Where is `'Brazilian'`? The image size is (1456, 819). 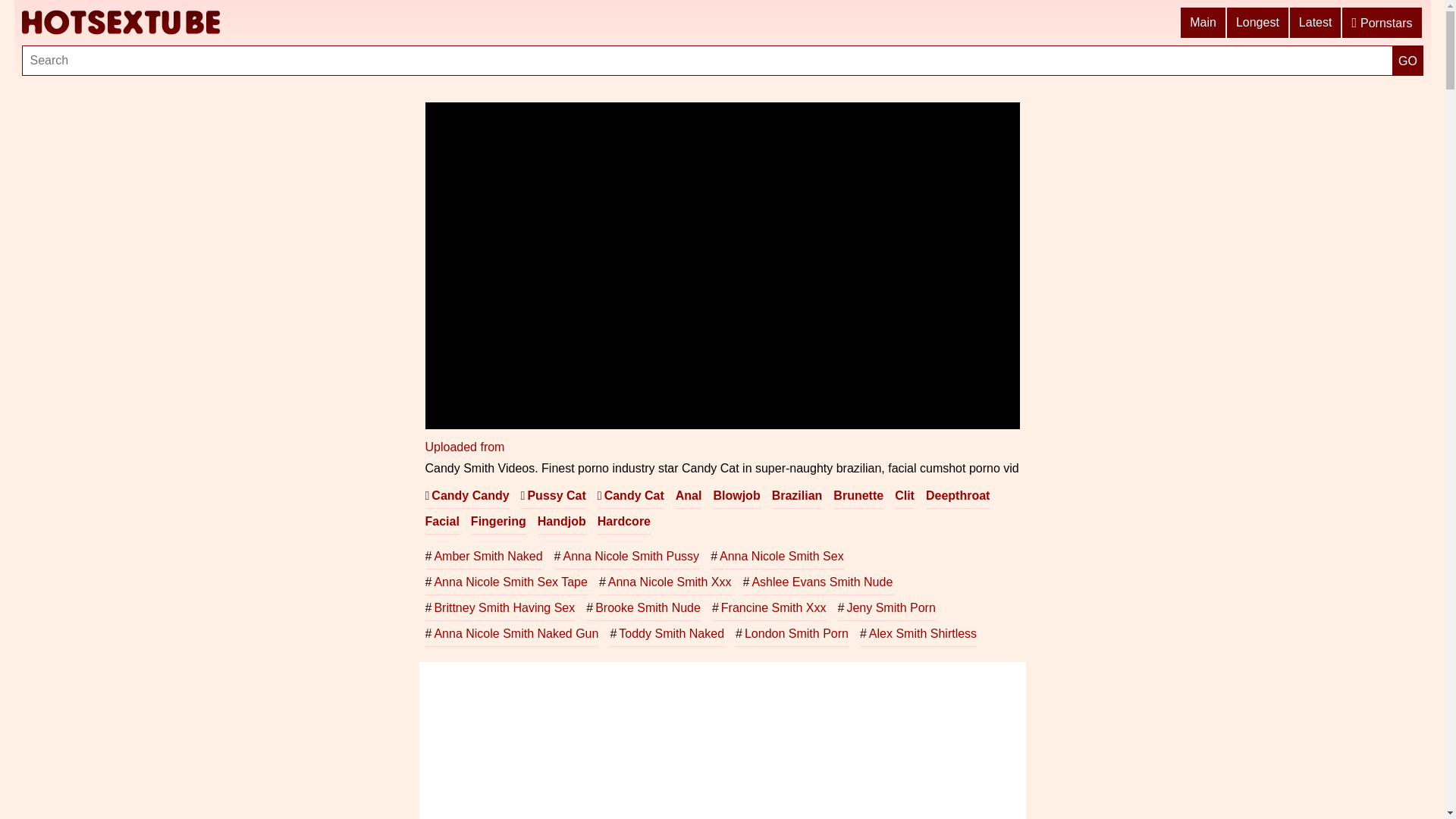
'Brazilian' is located at coordinates (796, 496).